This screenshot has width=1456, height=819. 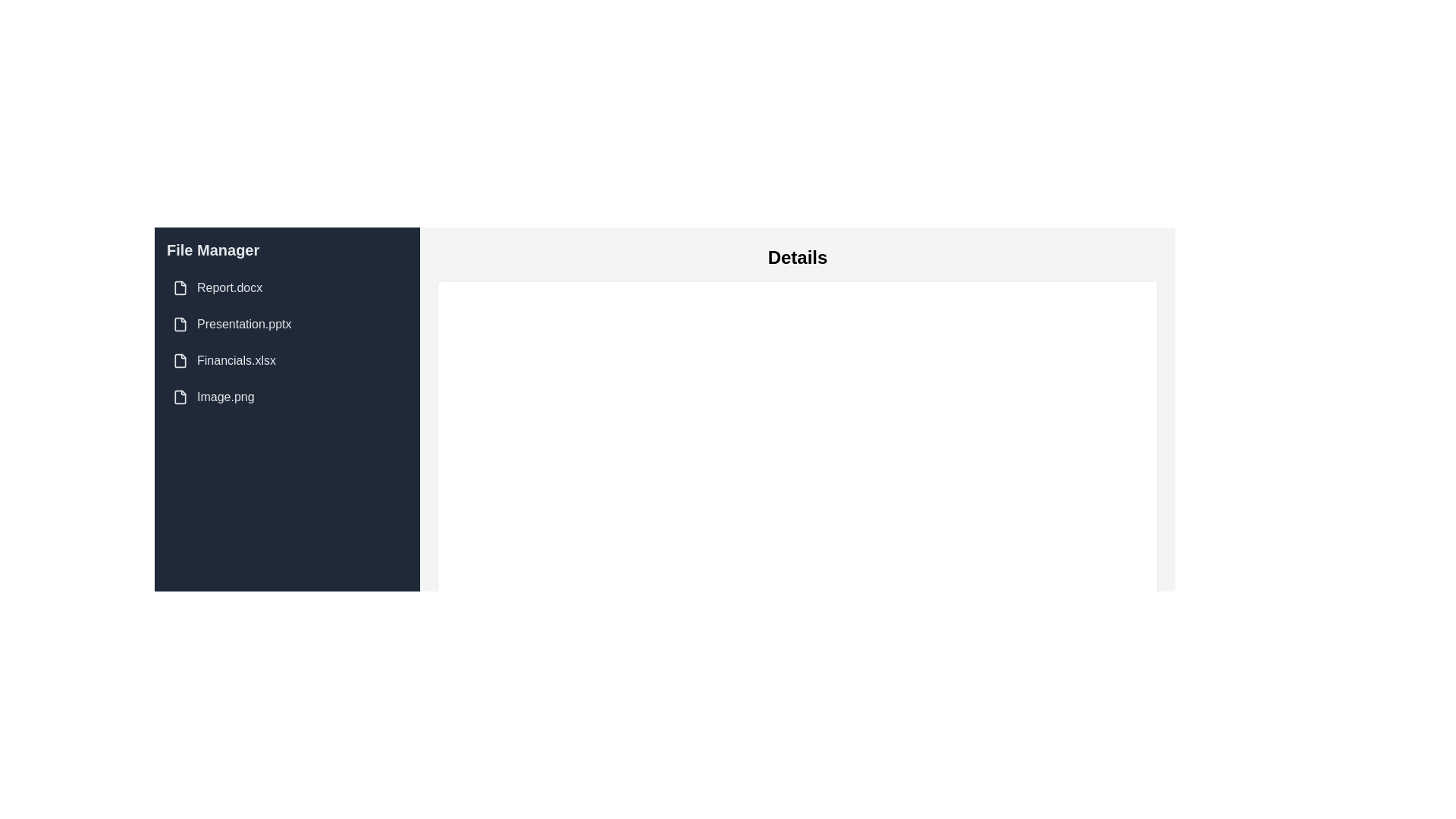 What do you see at coordinates (287, 397) in the screenshot?
I see `the selectable file entry for 'Image.png' located at the bottom of the file list` at bounding box center [287, 397].